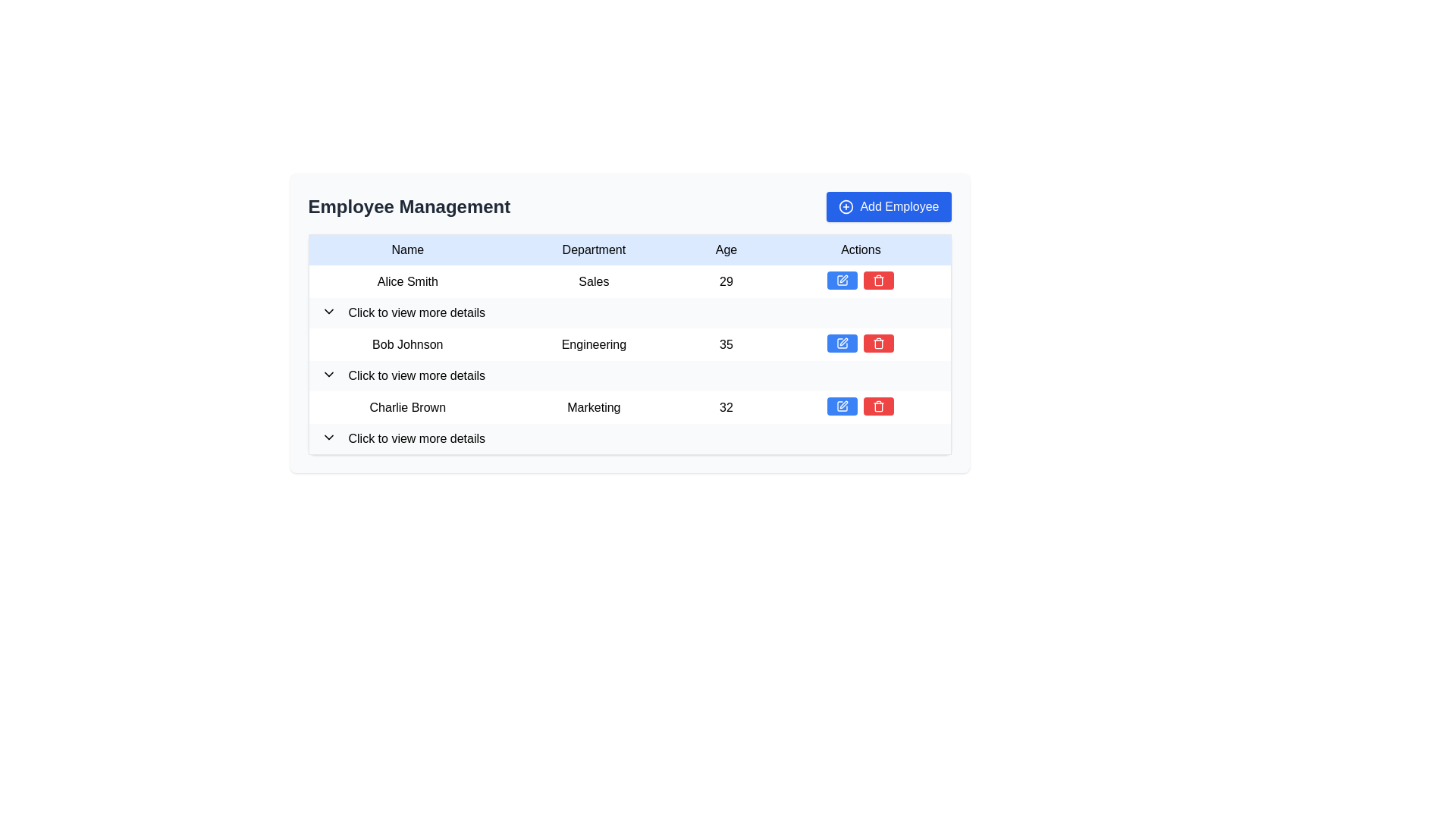 The width and height of the screenshot is (1456, 819). Describe the element at coordinates (593, 406) in the screenshot. I see `the text element 'Marketing' located in the 'Department' column under the 'Charlie Brown' row` at that location.